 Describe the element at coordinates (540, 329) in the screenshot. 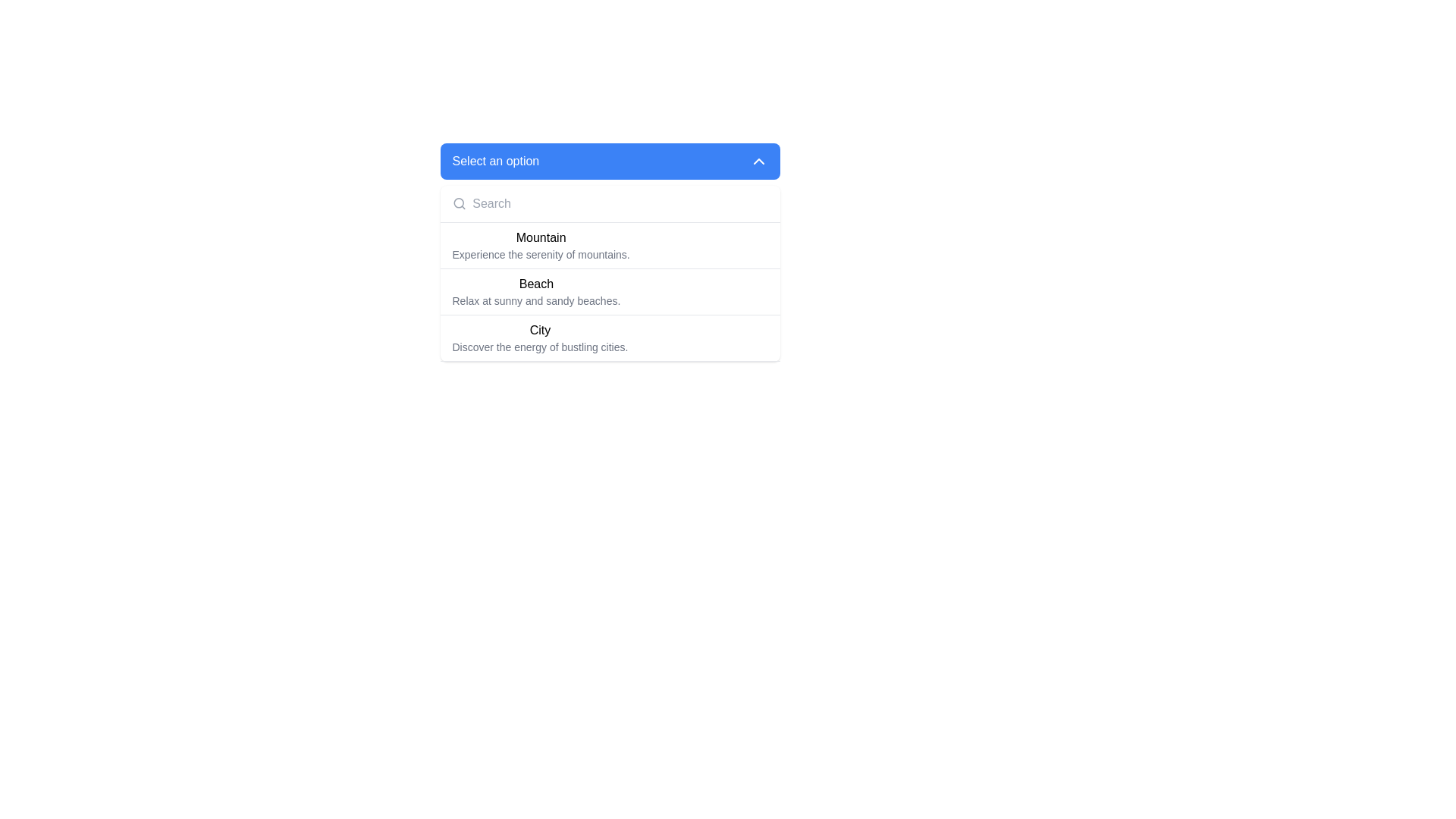

I see `the text label displaying the title of the city-related option in the dropdown menu, which is the third item under the 'Select an option' header` at that location.